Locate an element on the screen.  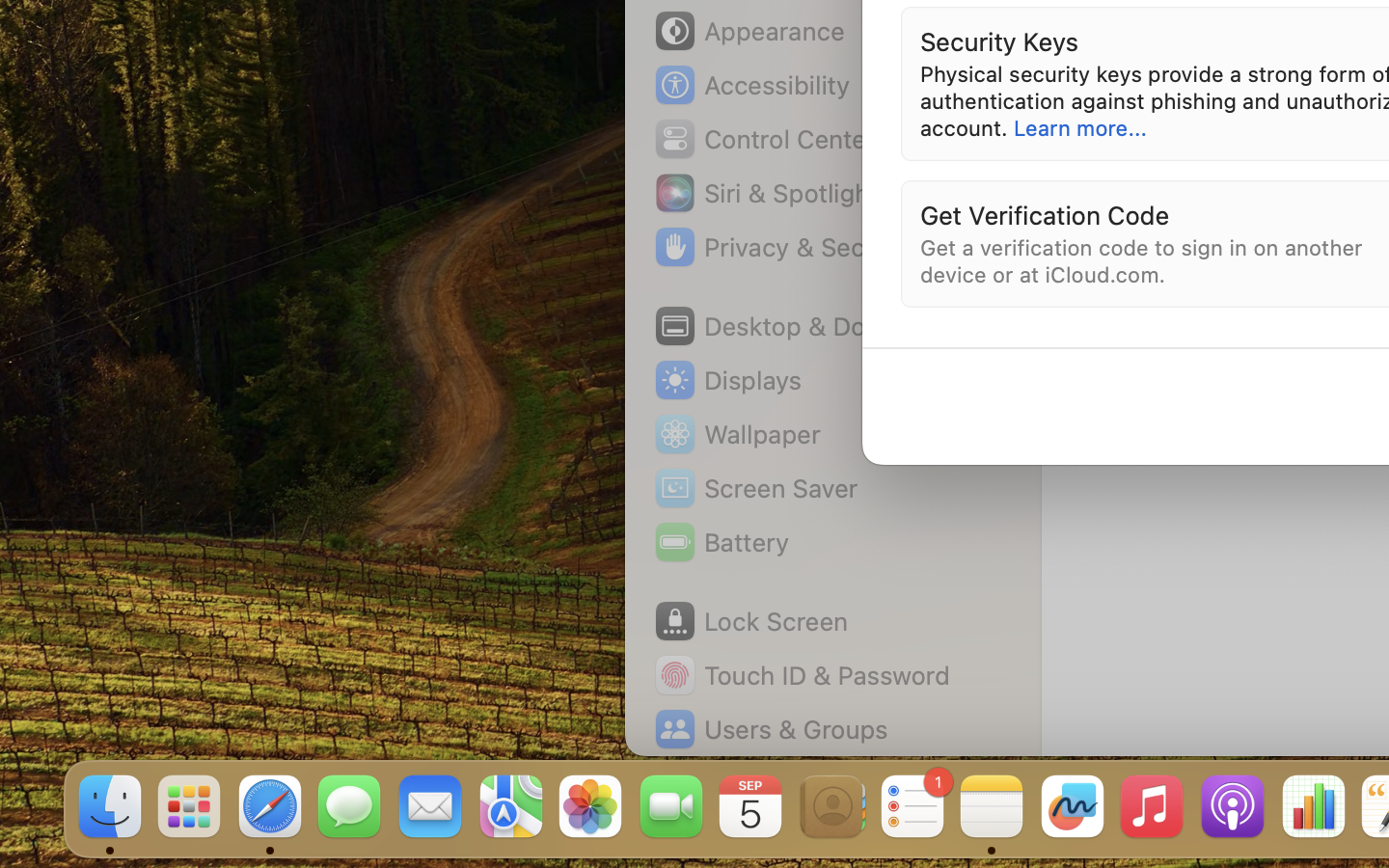
'Accessibility' is located at coordinates (750, 84).